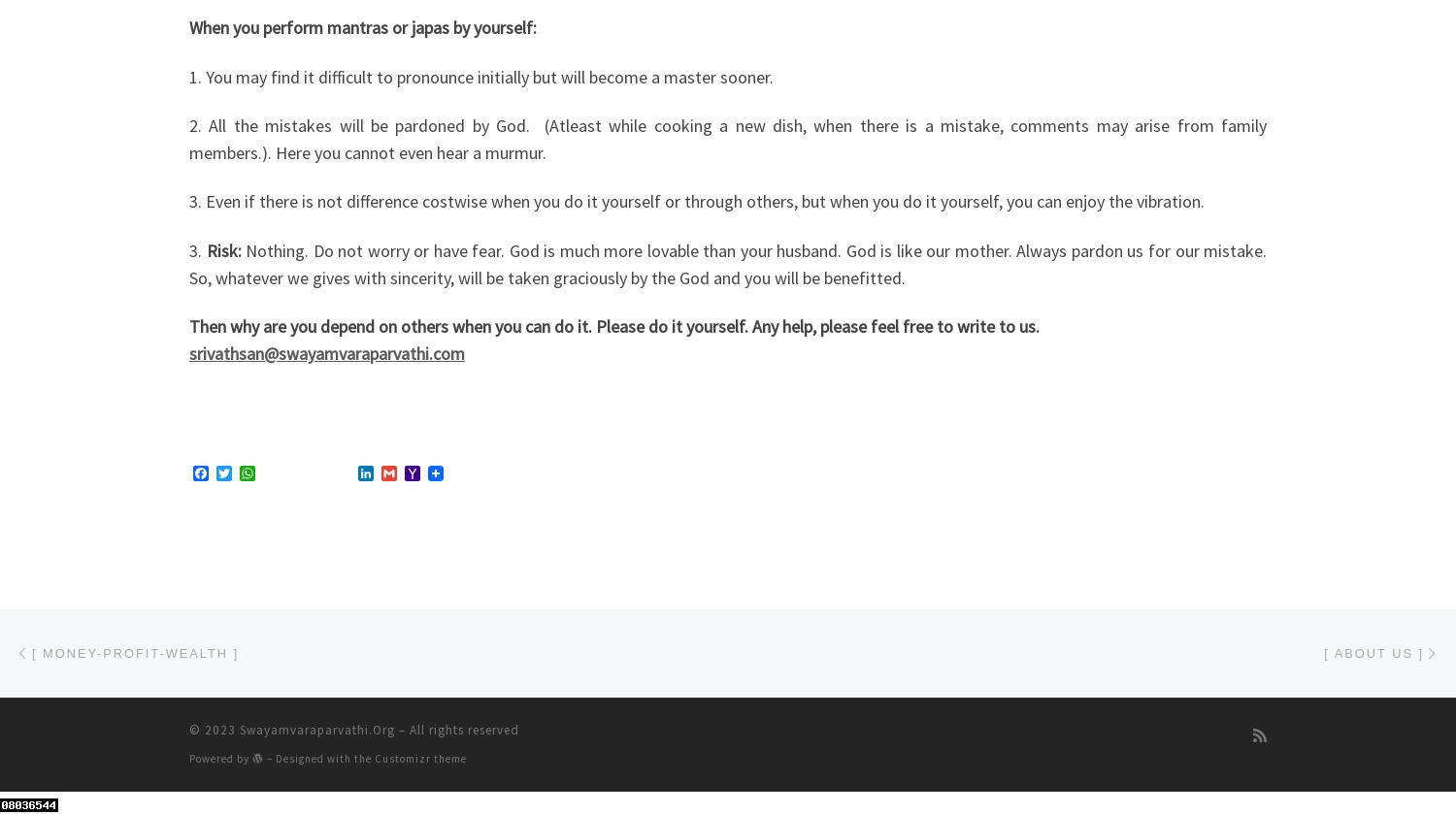 Image resolution: width=1456 pixels, height=814 pixels. What do you see at coordinates (728, 263) in the screenshot?
I see `'Nothing. Do not worry or have fear. God is much more lovable than your husband. God is like our mother. Always pardon us for our mistake. So, whatever we gives with sincerity, will be taken graciously by the God and you will be benefitted.'` at bounding box center [728, 263].